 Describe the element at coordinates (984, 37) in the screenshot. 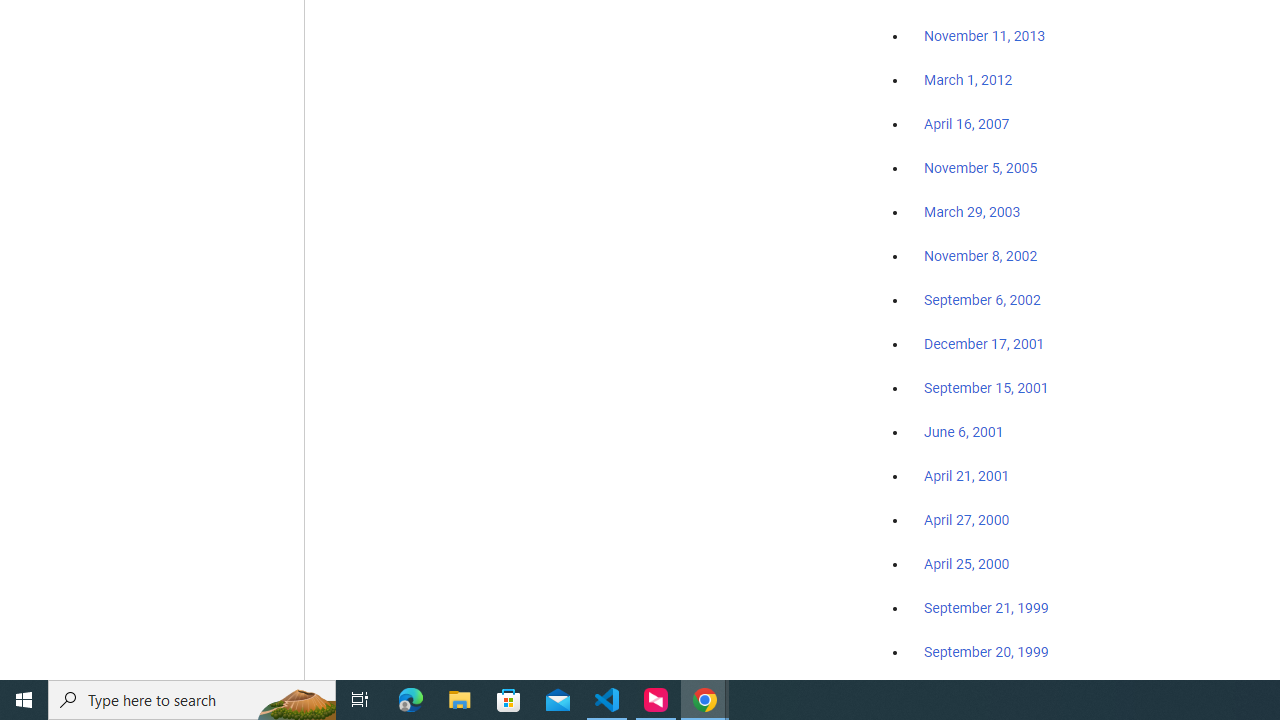

I see `'November 11, 2013'` at that location.